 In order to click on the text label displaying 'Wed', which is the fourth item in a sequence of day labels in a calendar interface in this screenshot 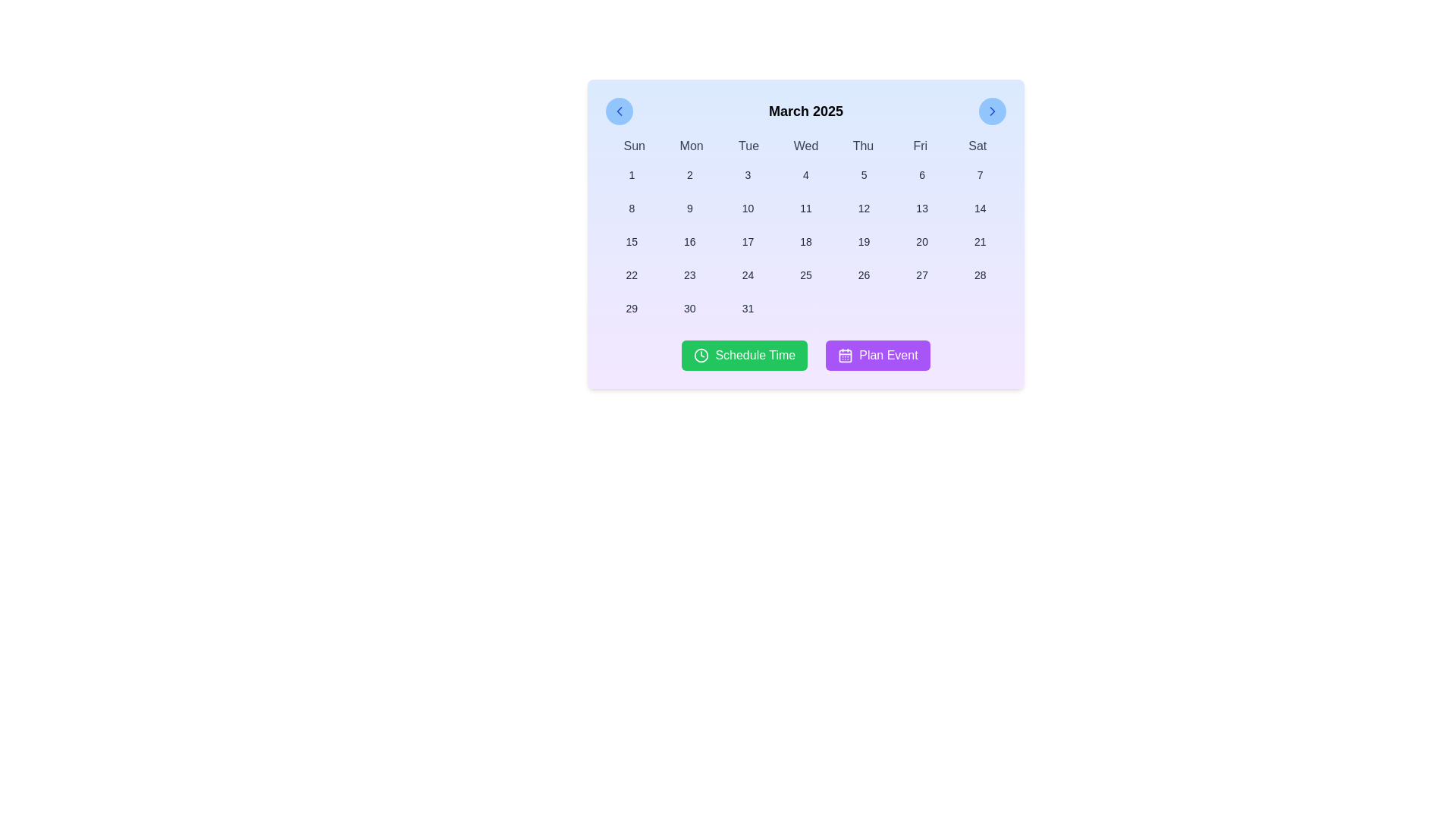, I will do `click(805, 146)`.